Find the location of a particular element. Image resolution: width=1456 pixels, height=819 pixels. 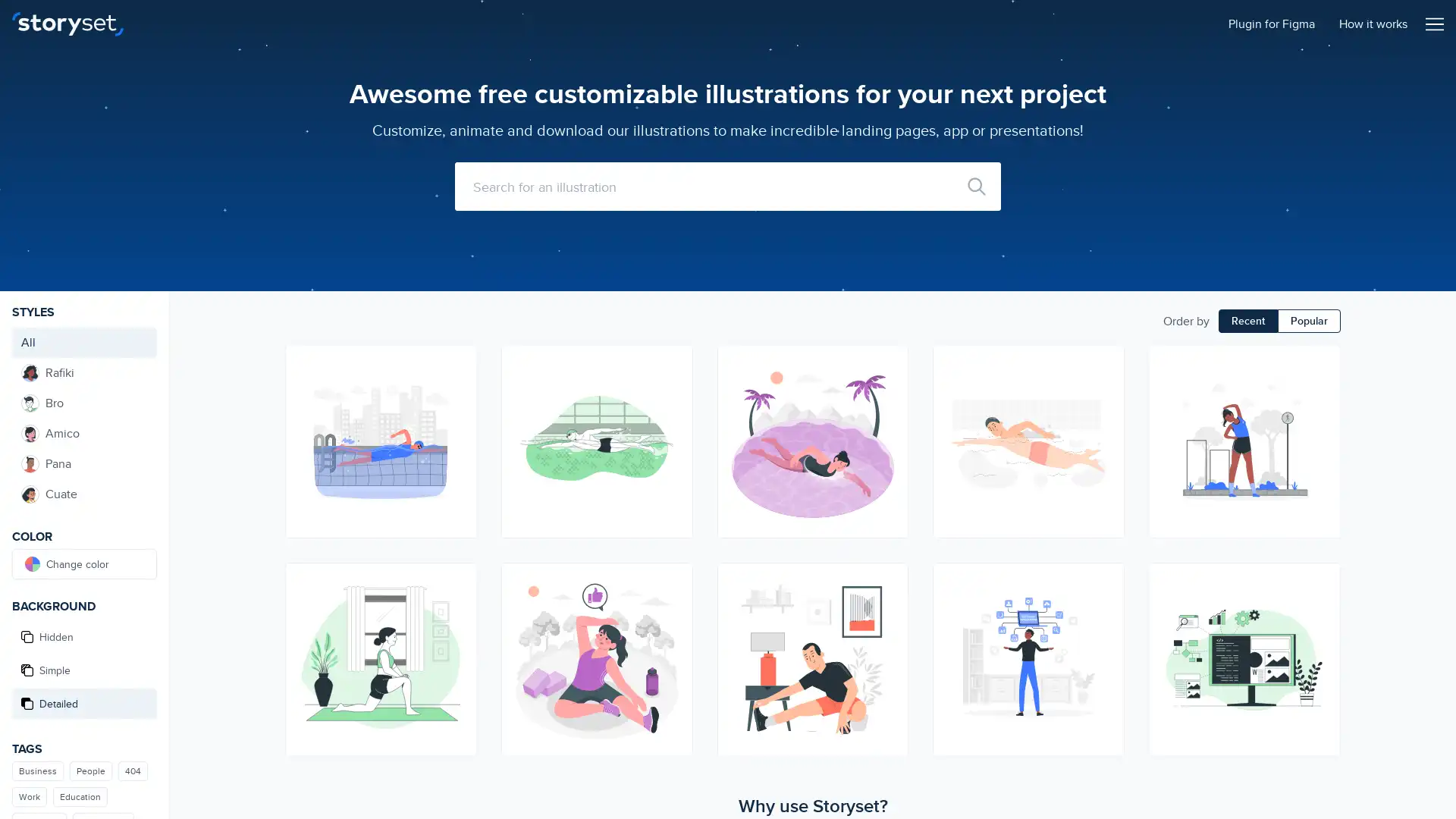

Pinterest icon Save is located at coordinates (889, 635).